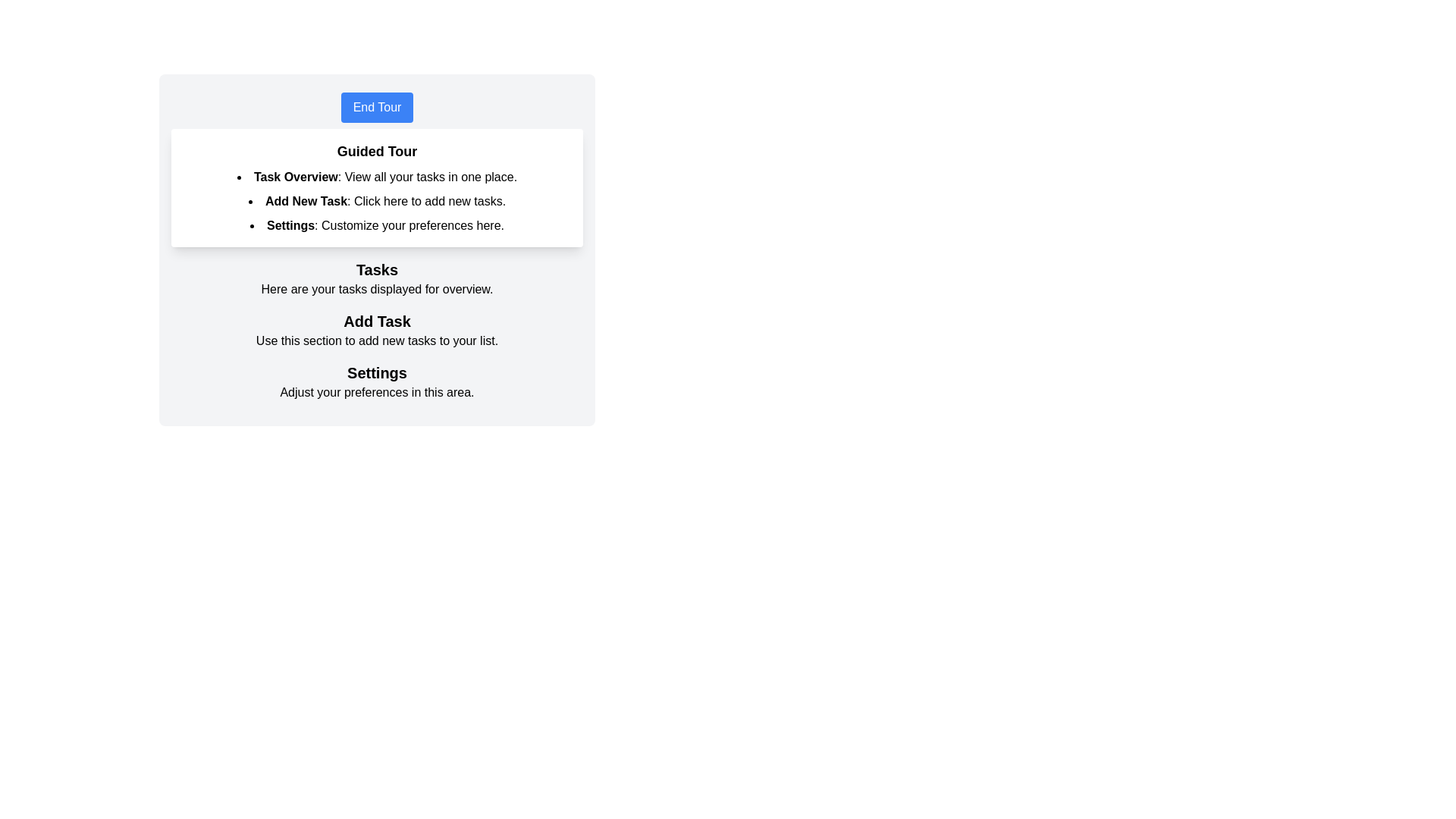  Describe the element at coordinates (377, 391) in the screenshot. I see `the text label that reads 'Adjust your preferences in this area.' which is located directly below the 'Settings' heading in the 'Settings' section` at that location.